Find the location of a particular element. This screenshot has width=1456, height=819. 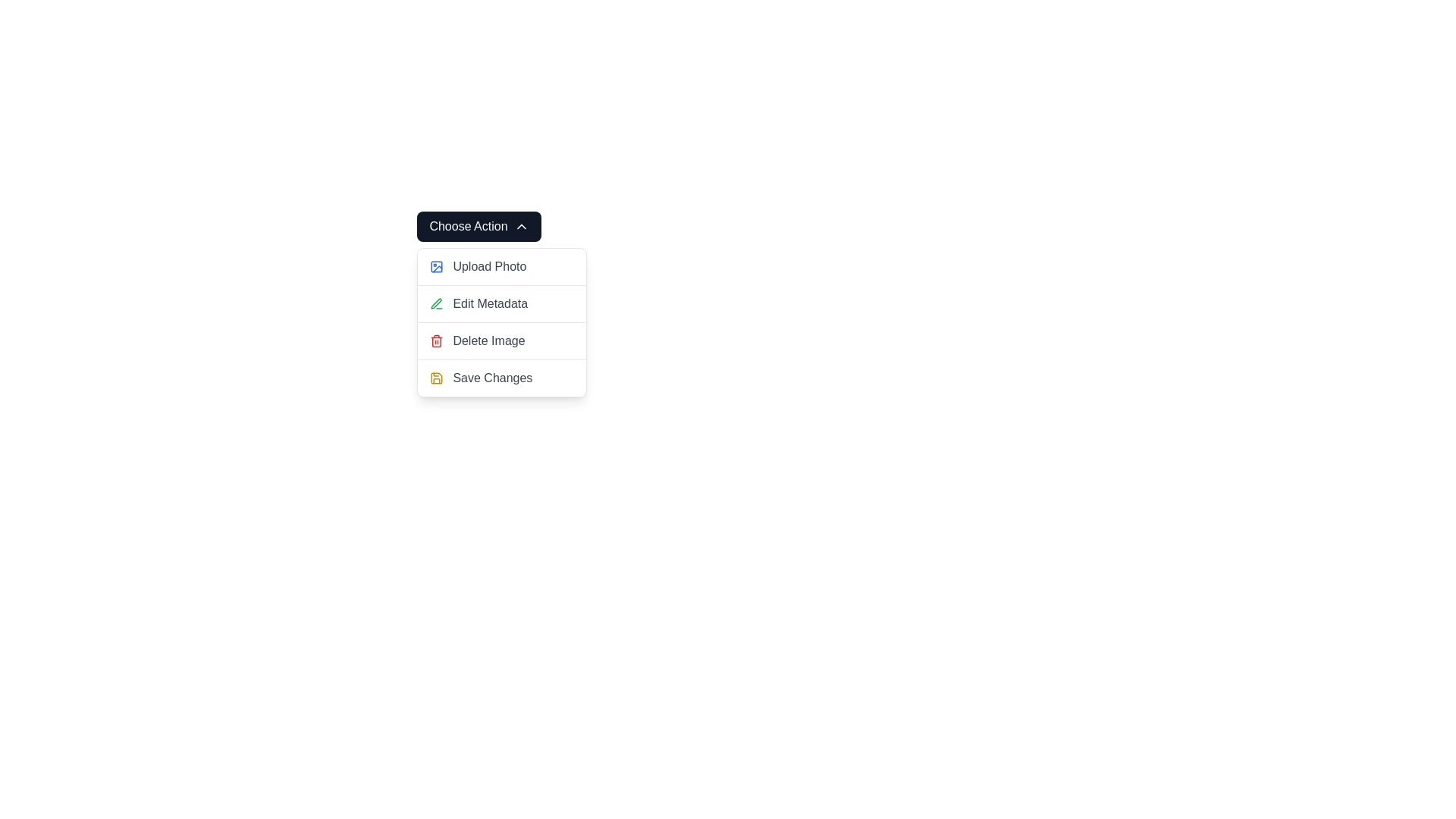

the third option in the 'Choose Action' dropdown menu is located at coordinates (488, 341).